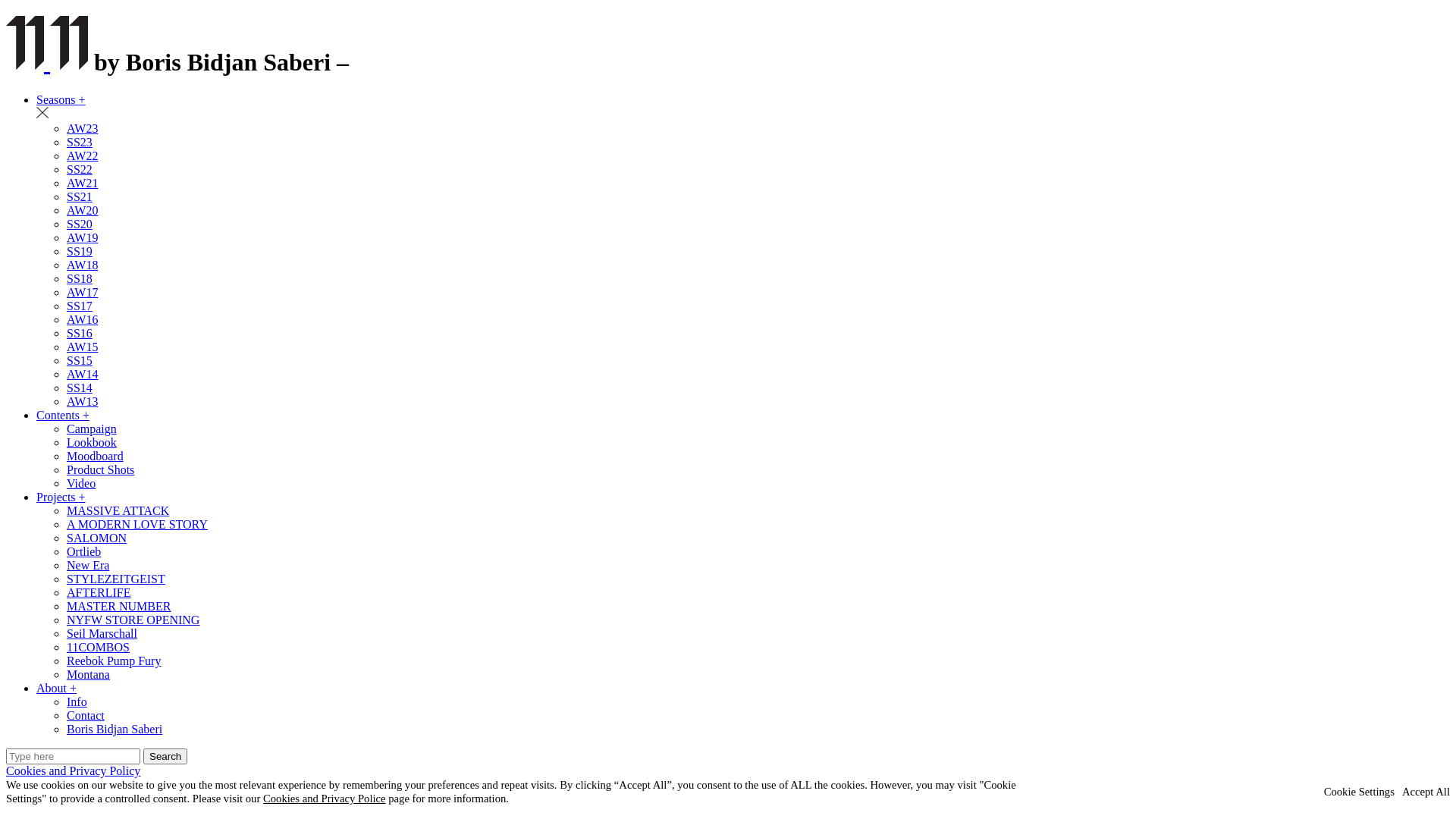  Describe the element at coordinates (65, 182) in the screenshot. I see `'AW21'` at that location.